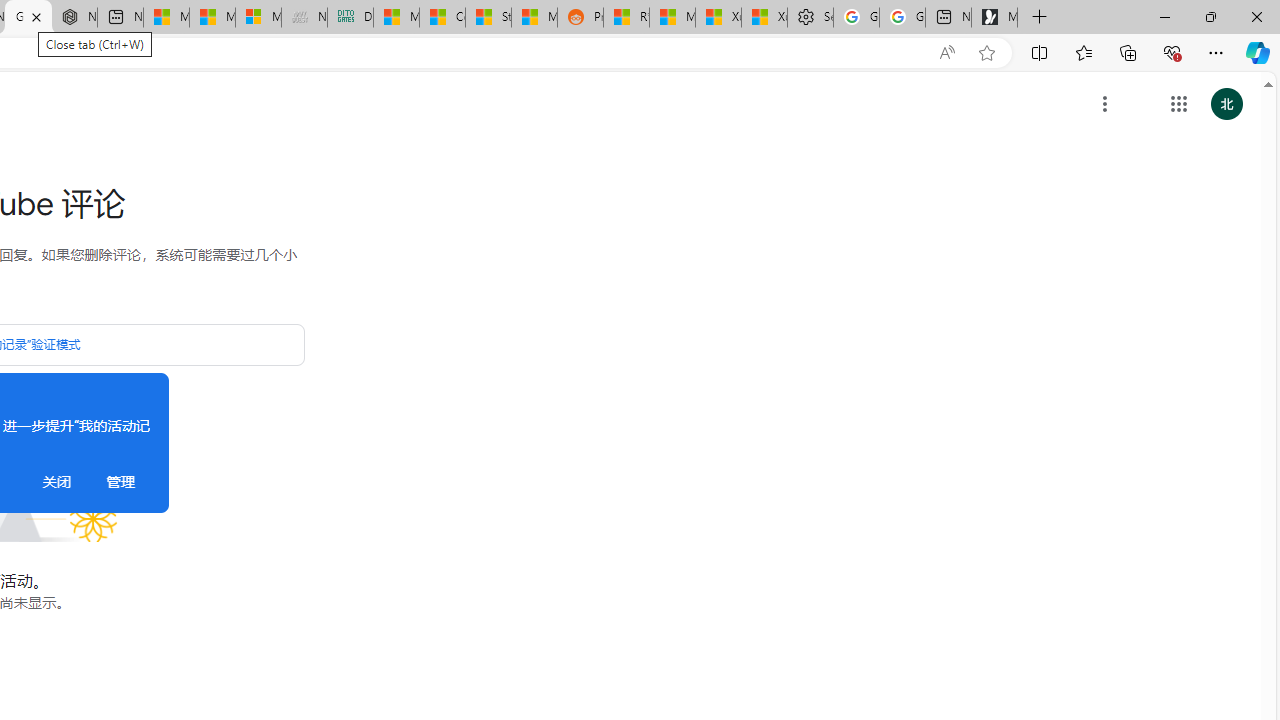 This screenshot has height=720, width=1280. Describe the element at coordinates (488, 17) in the screenshot. I see `'Stocks - MSN'` at that location.